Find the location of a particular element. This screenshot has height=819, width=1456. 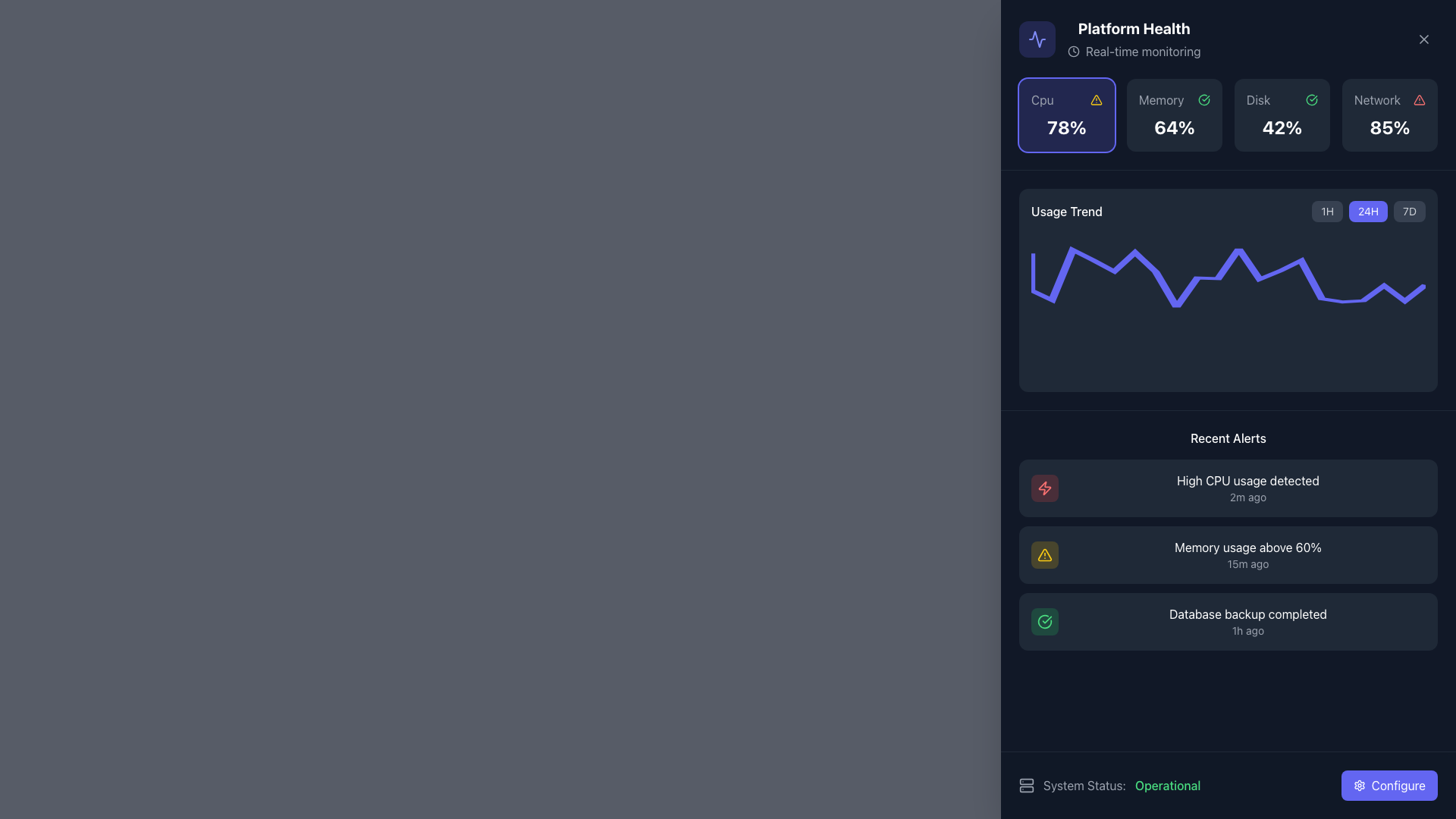

the warning icon indicating CPU status located in the top-left corner of the interface, positioned to the right of the 'CPU' label and above the '78%' value display is located at coordinates (1096, 99).